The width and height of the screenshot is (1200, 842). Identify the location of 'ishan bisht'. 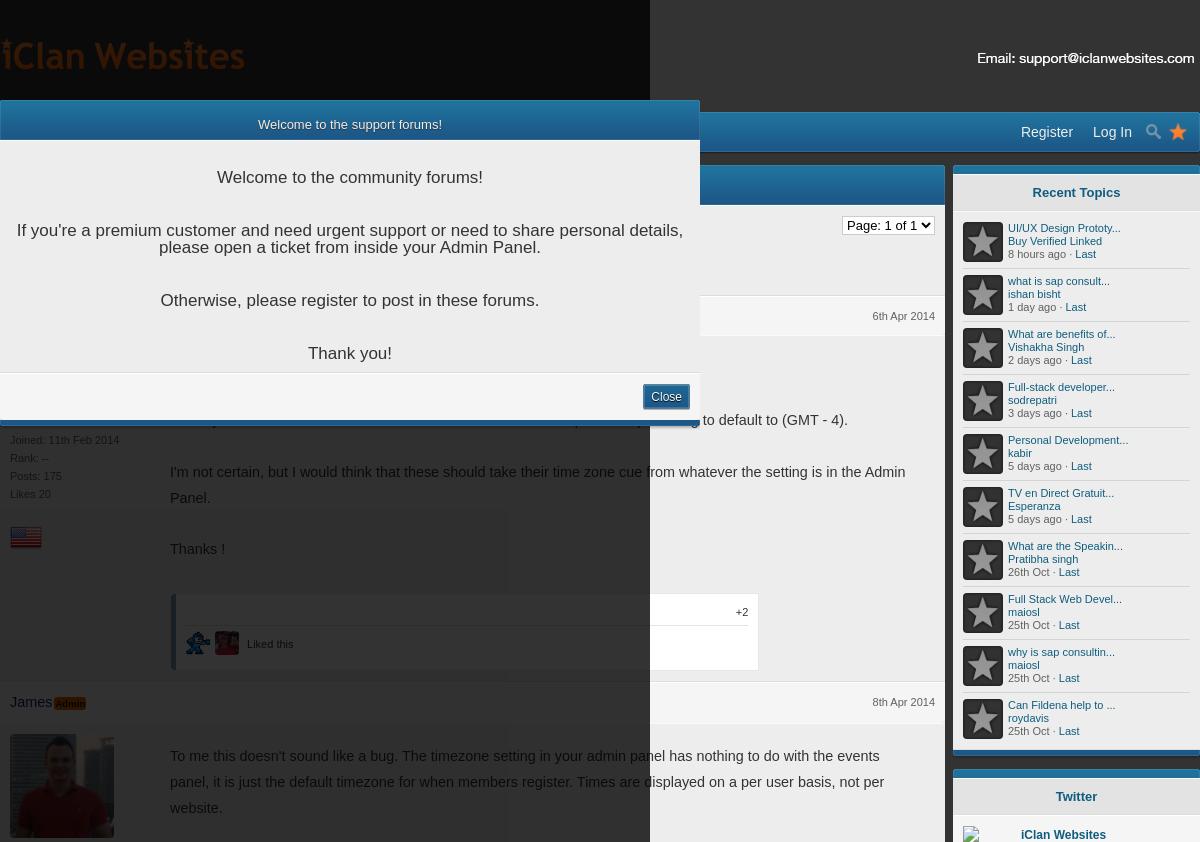
(1034, 294).